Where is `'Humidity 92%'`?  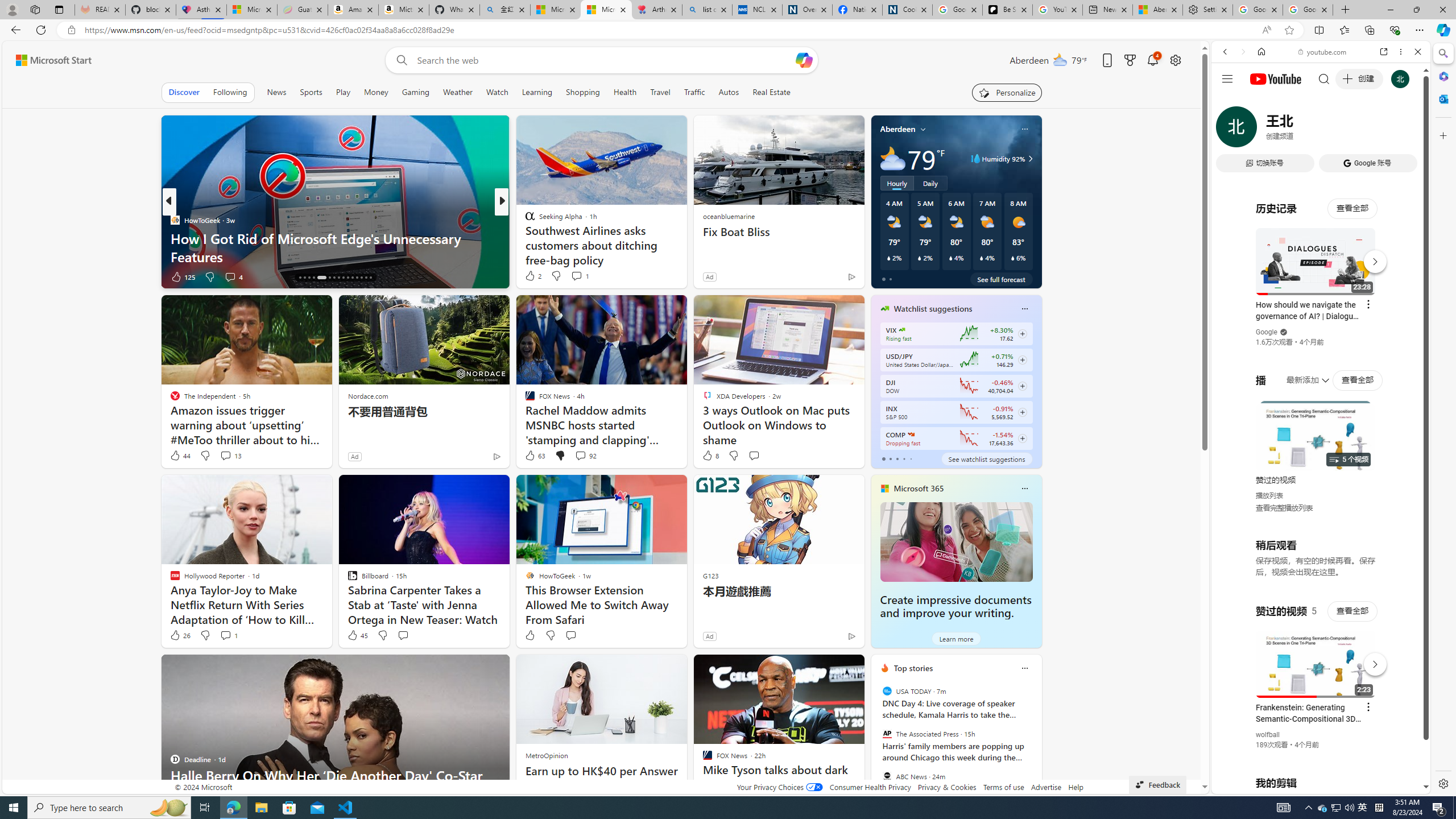 'Humidity 92%' is located at coordinates (1028, 159).